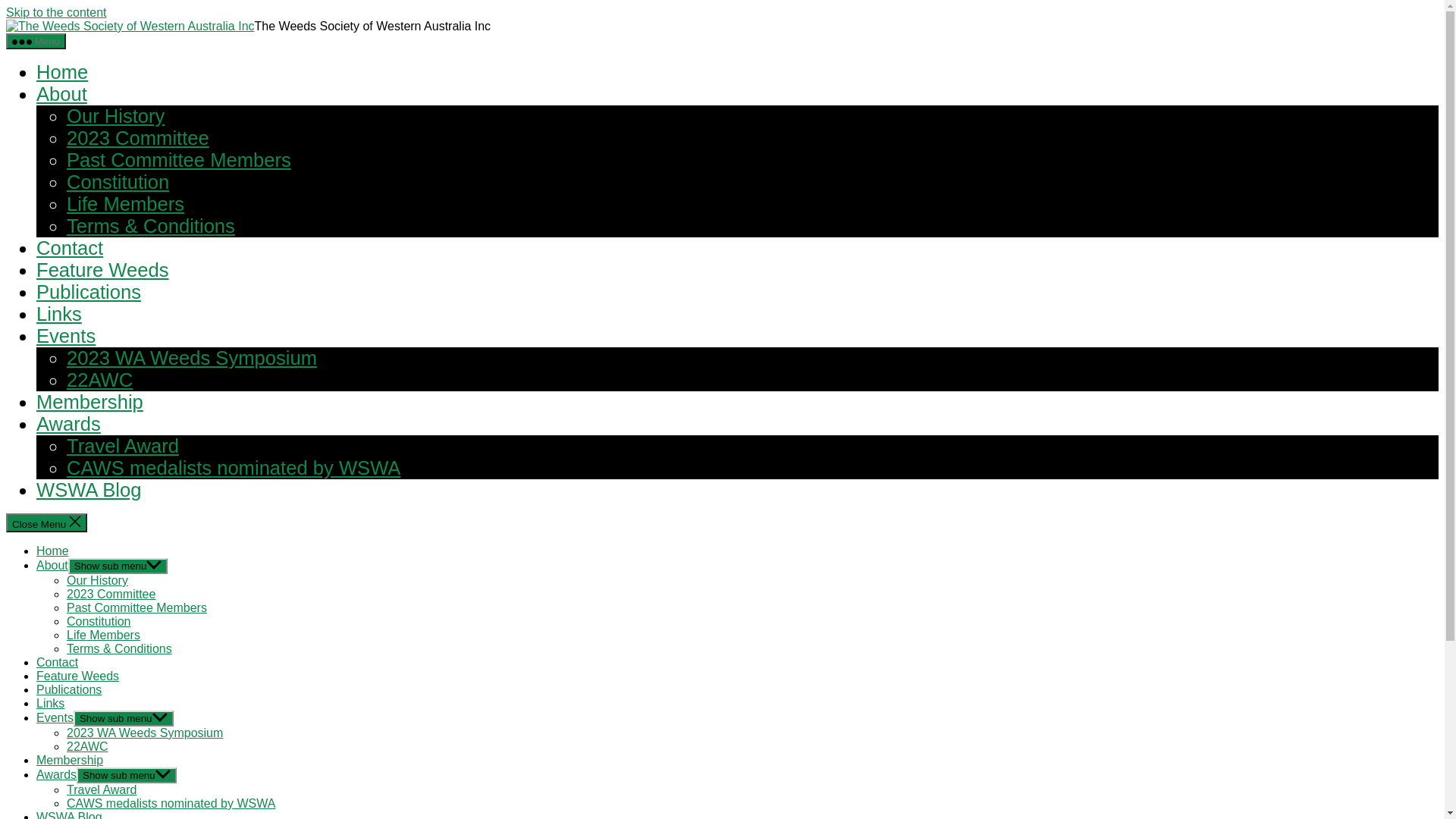  Describe the element at coordinates (110, 593) in the screenshot. I see `'2023 Committee'` at that location.